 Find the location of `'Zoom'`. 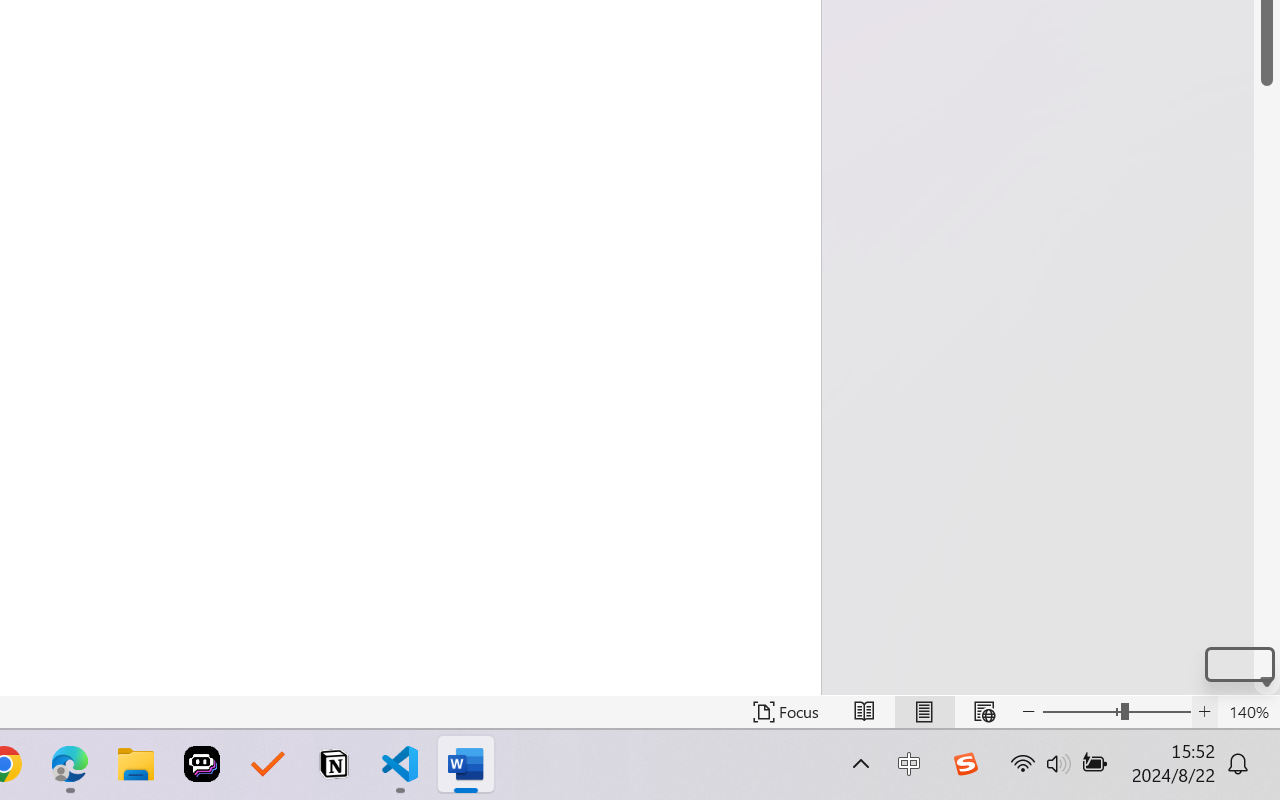

'Zoom' is located at coordinates (1115, 711).